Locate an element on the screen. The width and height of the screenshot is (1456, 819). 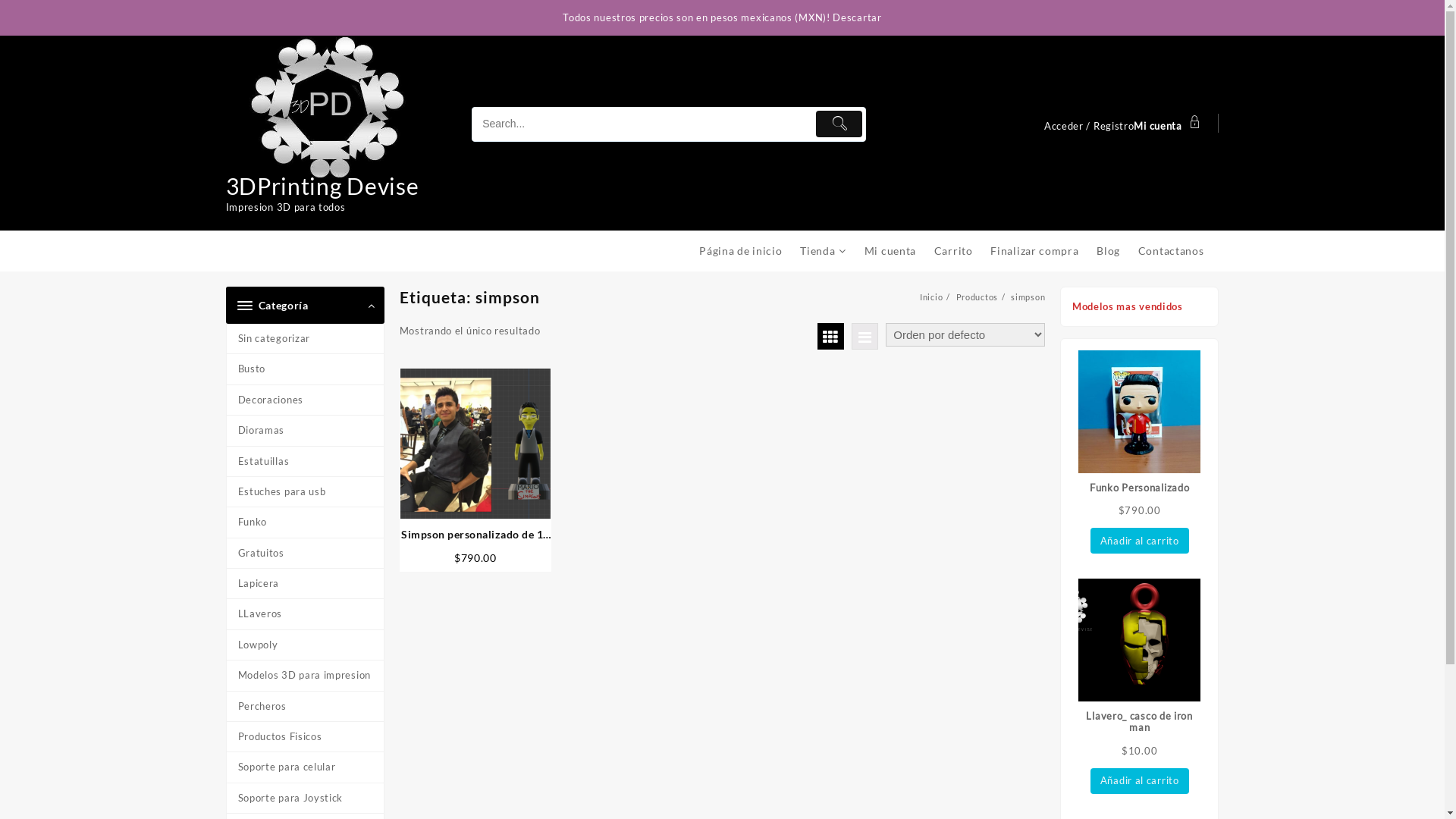
'Carrito' is located at coordinates (960, 249).